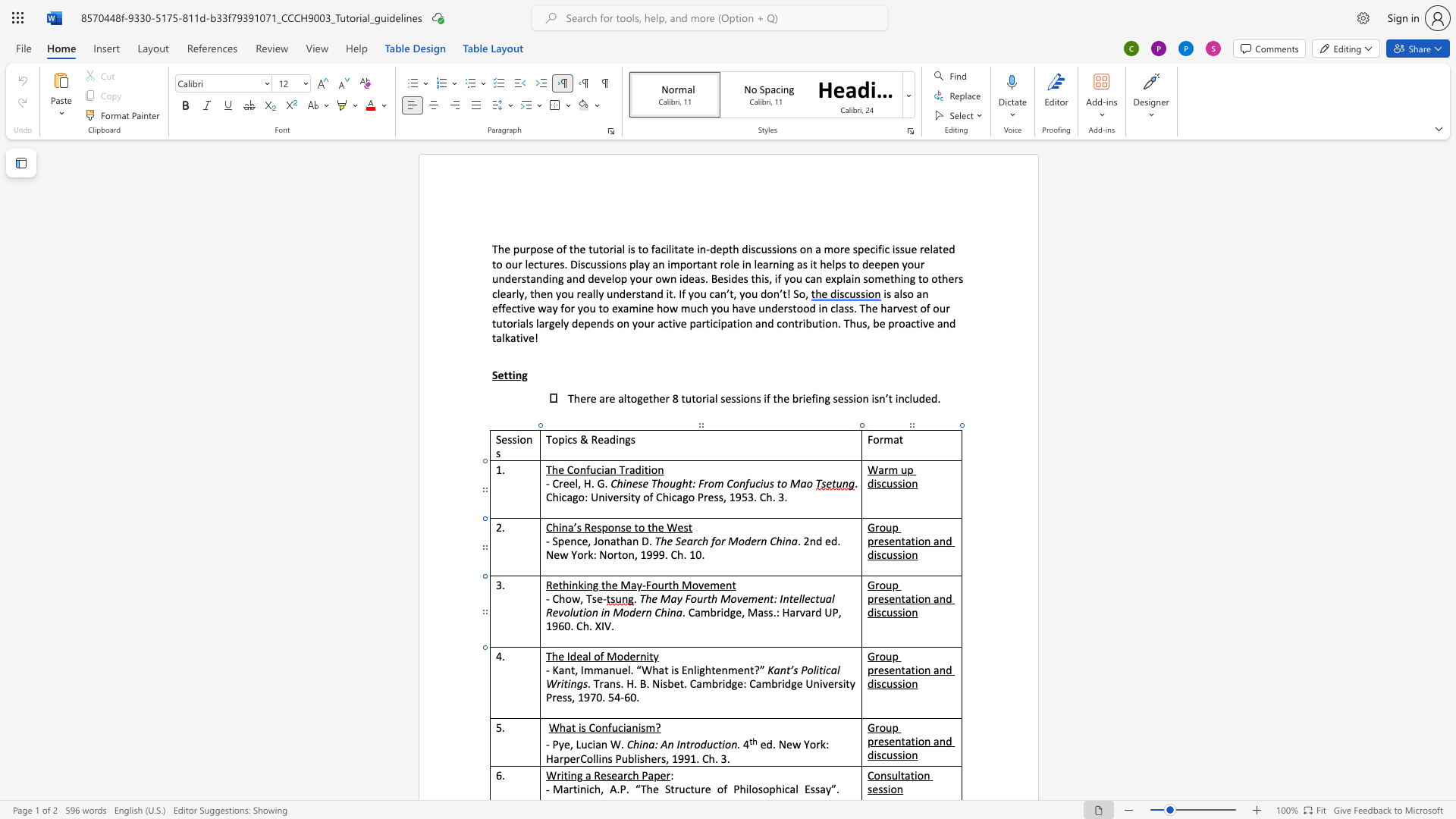 The image size is (1456, 819). What do you see at coordinates (654, 655) in the screenshot?
I see `the space between the continuous character "t" and "y" in the text` at bounding box center [654, 655].